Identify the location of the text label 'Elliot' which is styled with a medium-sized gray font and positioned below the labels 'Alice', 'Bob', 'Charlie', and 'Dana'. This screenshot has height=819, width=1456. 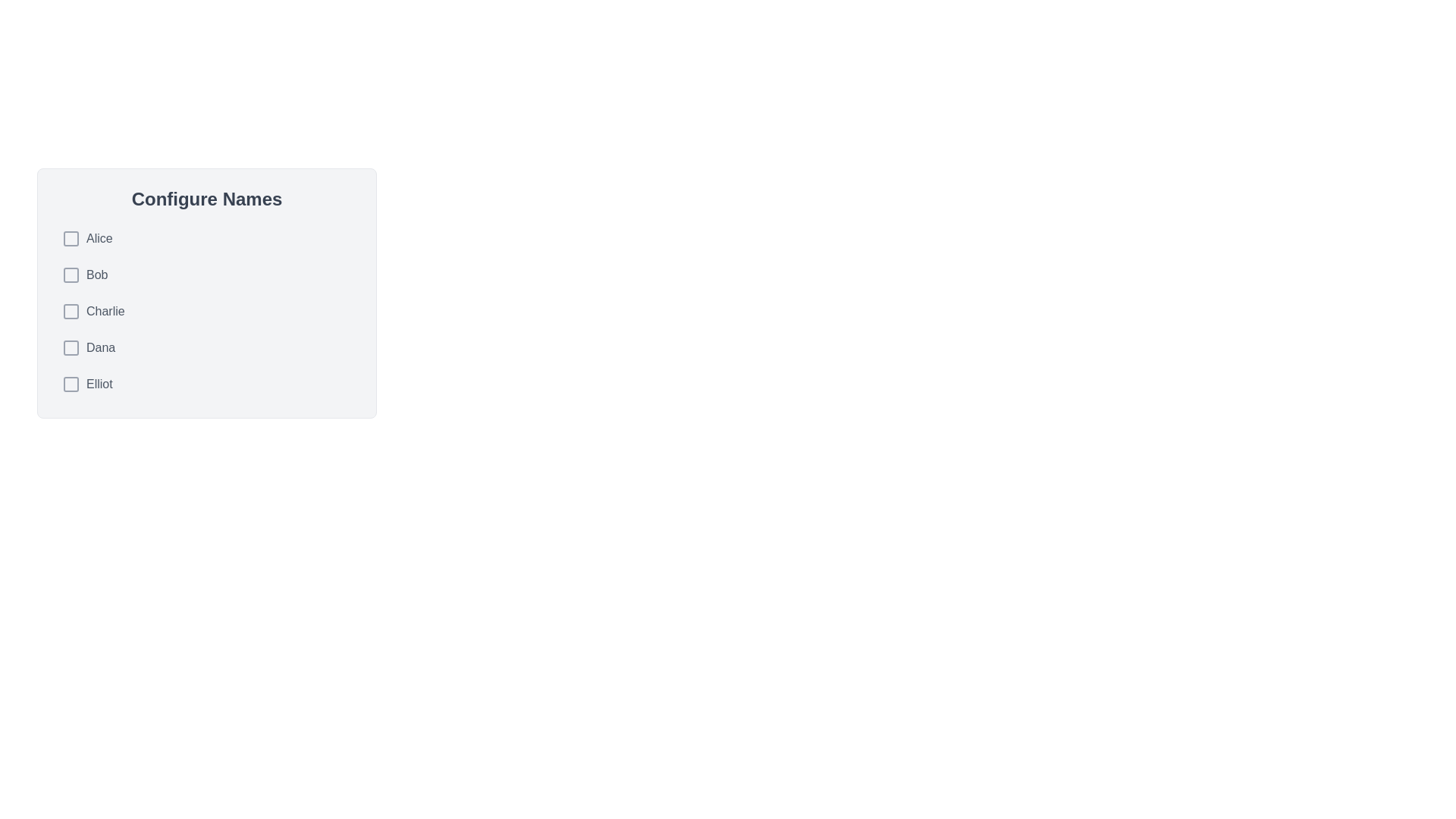
(86, 383).